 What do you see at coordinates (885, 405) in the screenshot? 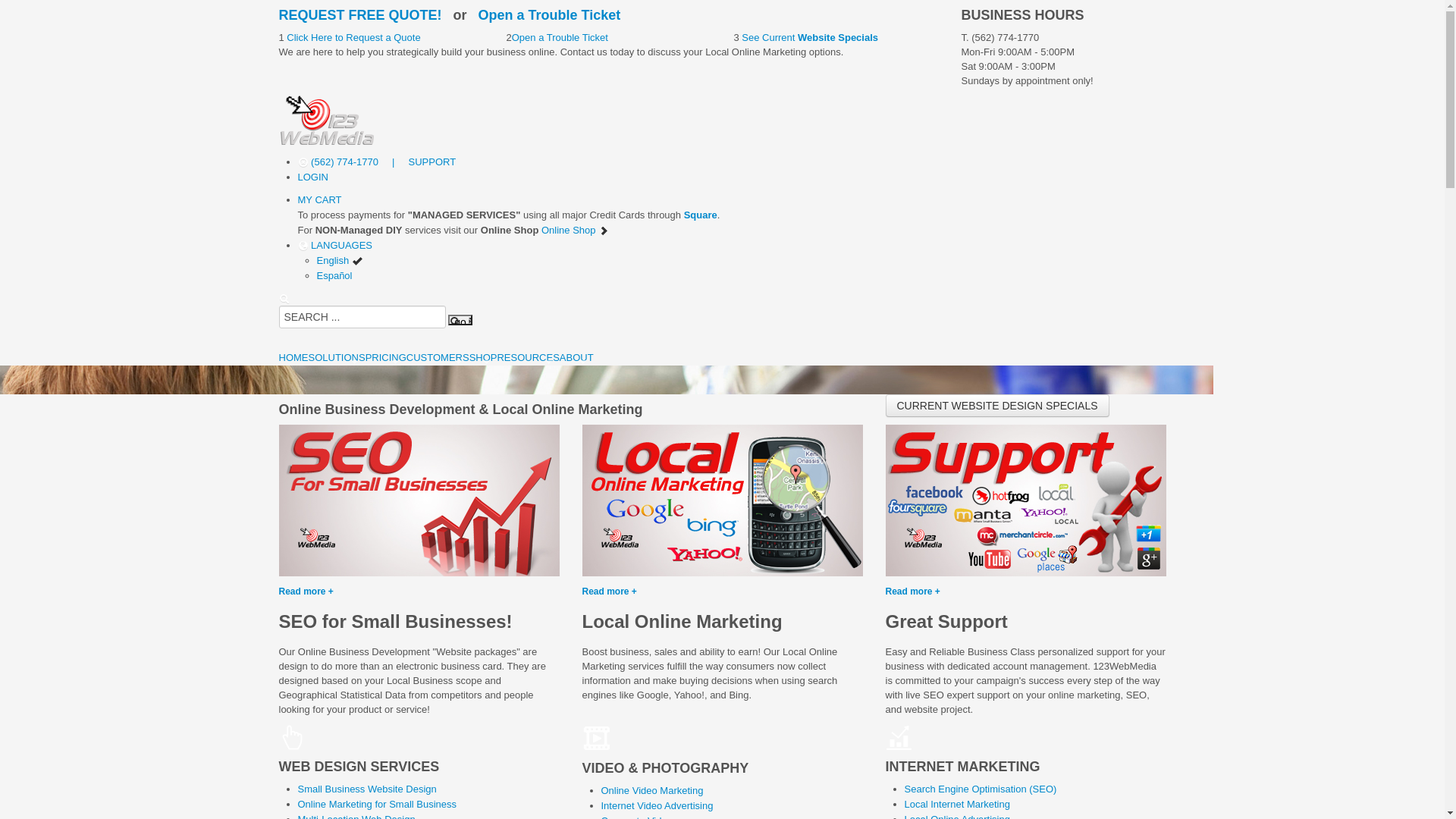
I see `'CURRENT WEBSITE DESIGN SPECIALS'` at bounding box center [885, 405].